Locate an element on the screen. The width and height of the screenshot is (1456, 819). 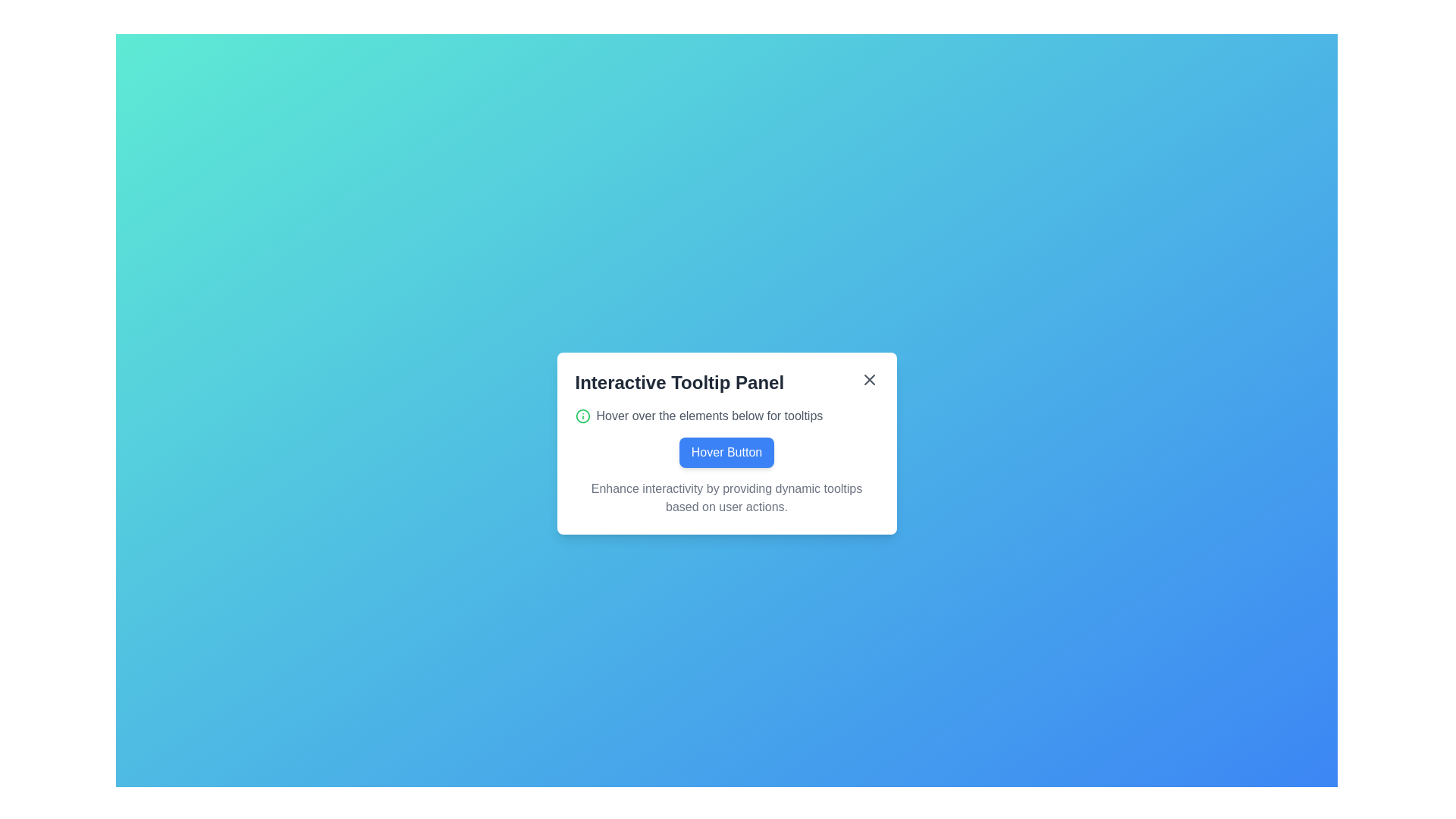
the 'Hover Button' which is a rectangular button with rounded corners, a blue background, and white bold sans-serif text, located in the center of the panel under the title 'Interactive Tooltip Panel' is located at coordinates (726, 452).